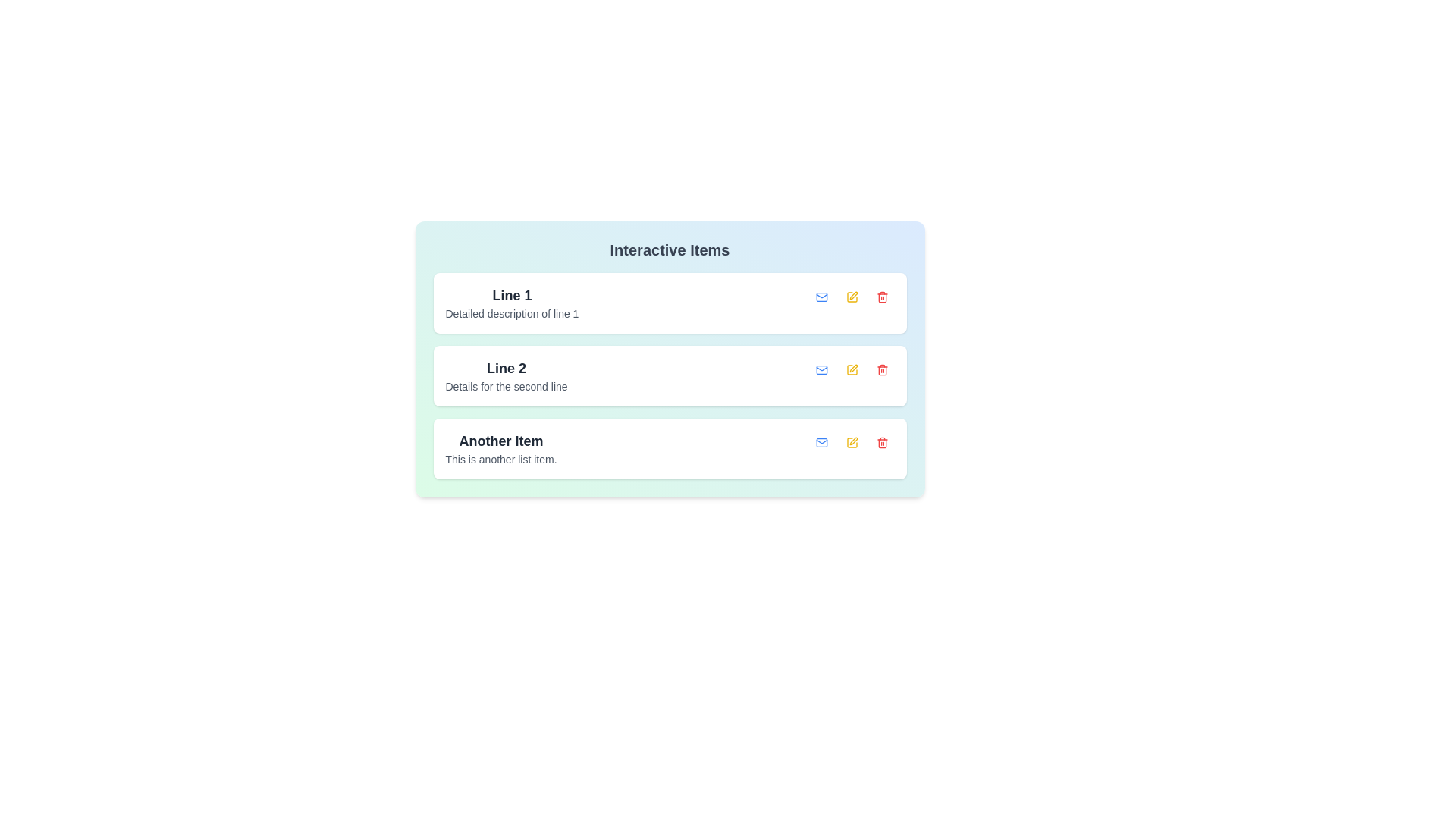  I want to click on the item Line 2 to highlight it, so click(506, 375).